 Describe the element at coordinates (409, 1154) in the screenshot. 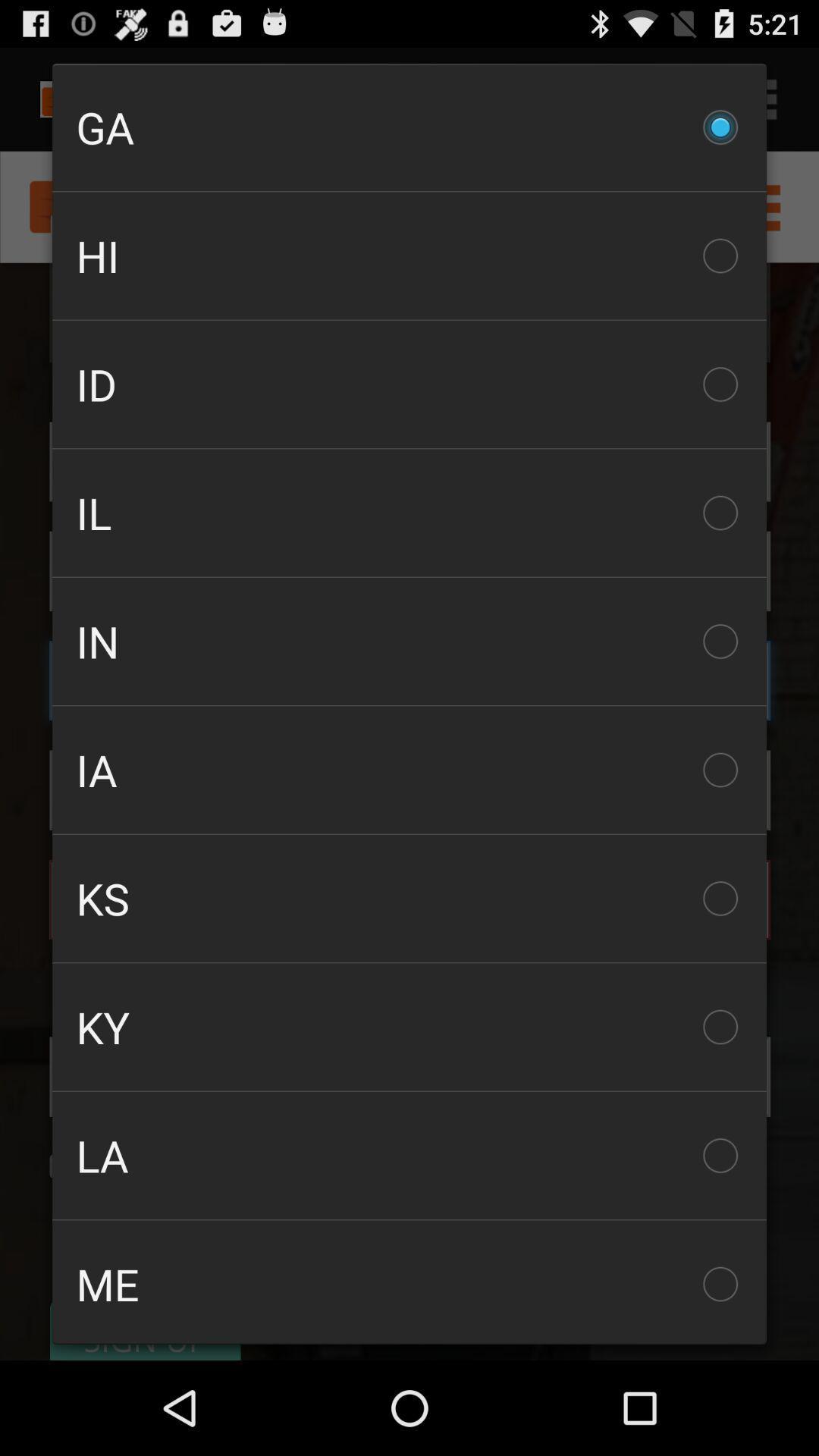

I see `the item above me icon` at that location.